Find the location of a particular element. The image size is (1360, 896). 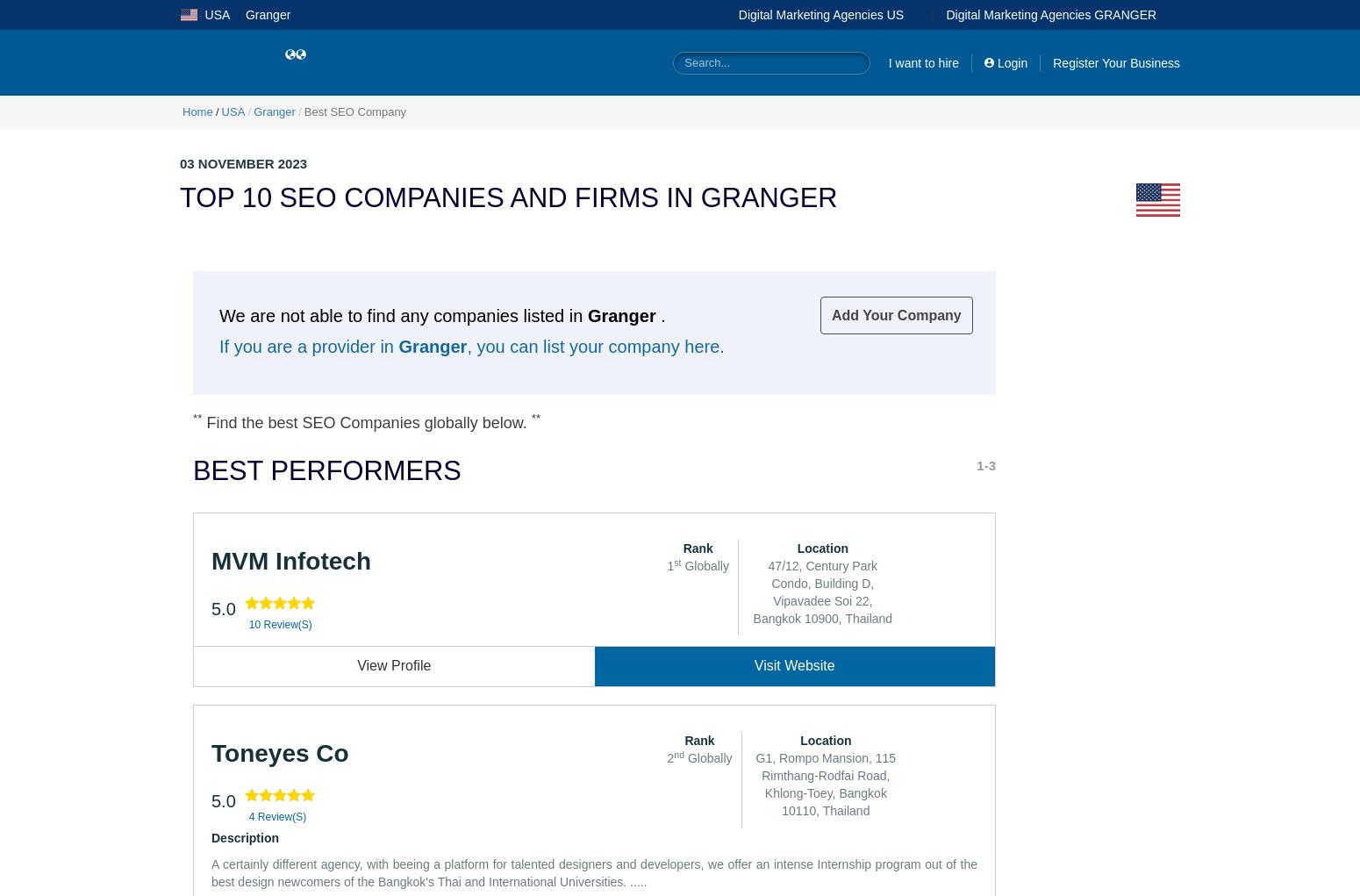

'Toneyes Co' is located at coordinates (211, 752).